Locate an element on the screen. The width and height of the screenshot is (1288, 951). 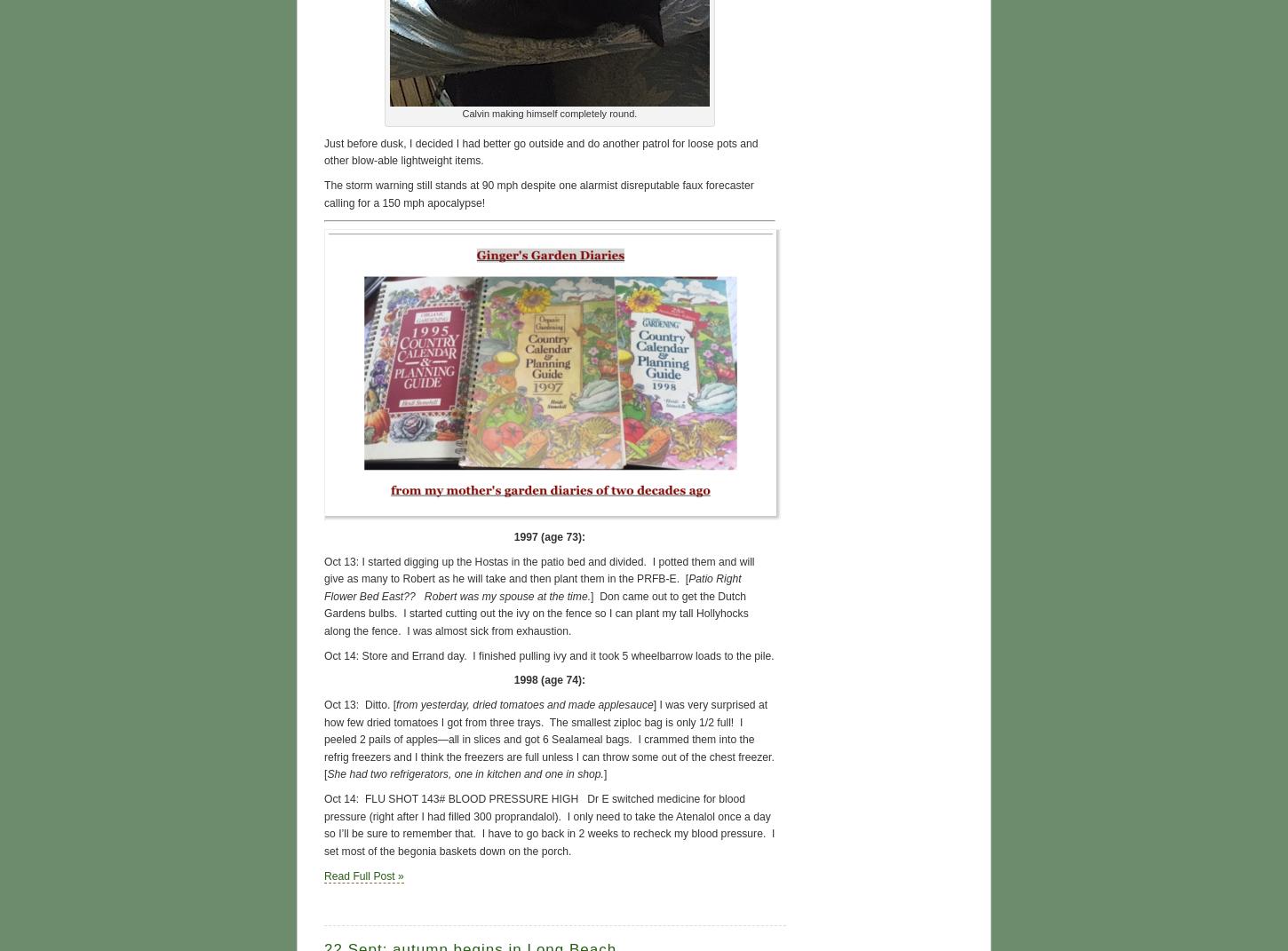
'Oct 13:  Ditto. [' is located at coordinates (359, 704).